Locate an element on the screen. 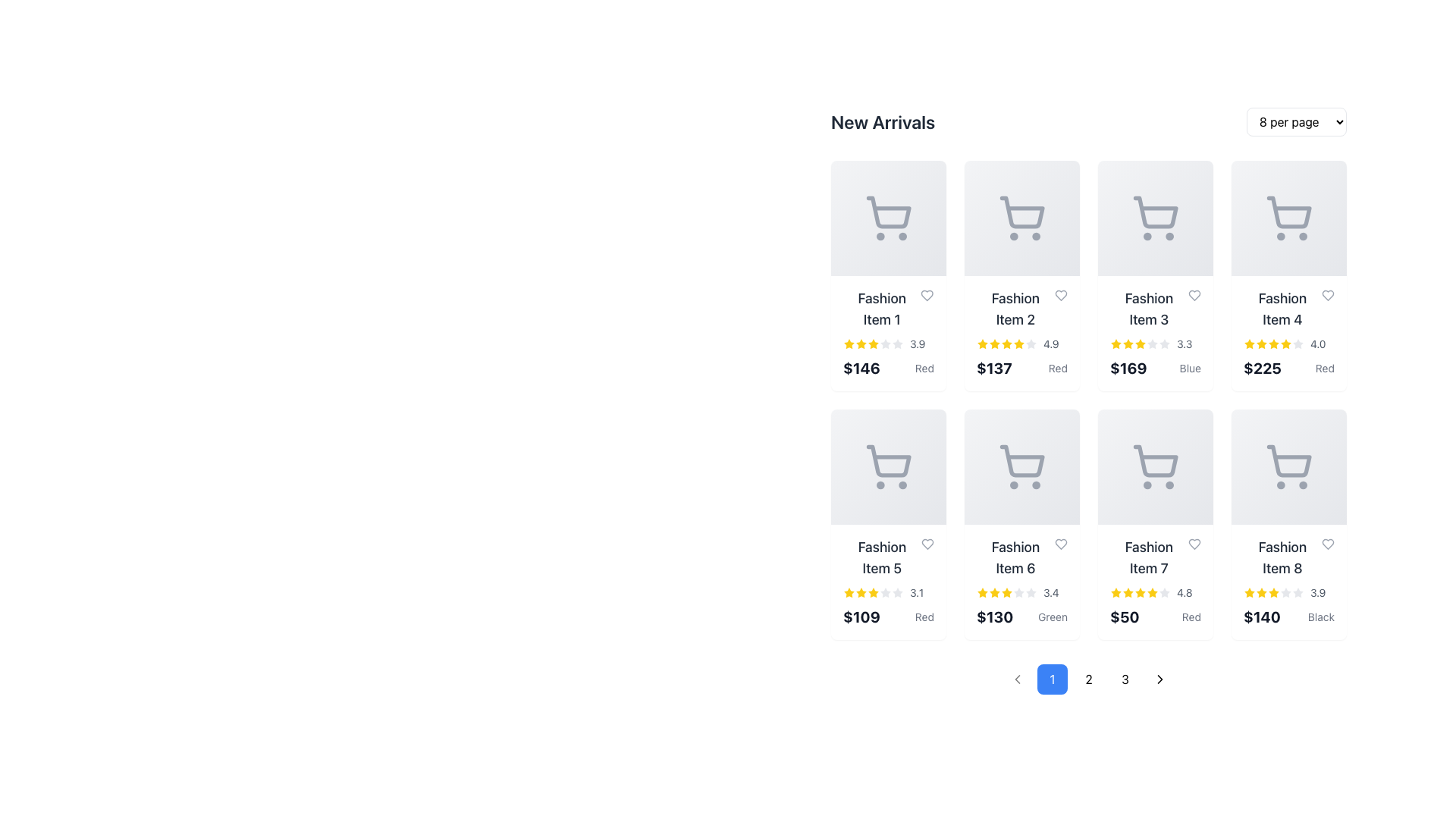 The image size is (1456, 819). the shopping cart icon with a gradient gray background and rounded corners, located in the top-left corner of the 'New Arrivals' section, above the text 'Fashion Item 1' is located at coordinates (888, 218).